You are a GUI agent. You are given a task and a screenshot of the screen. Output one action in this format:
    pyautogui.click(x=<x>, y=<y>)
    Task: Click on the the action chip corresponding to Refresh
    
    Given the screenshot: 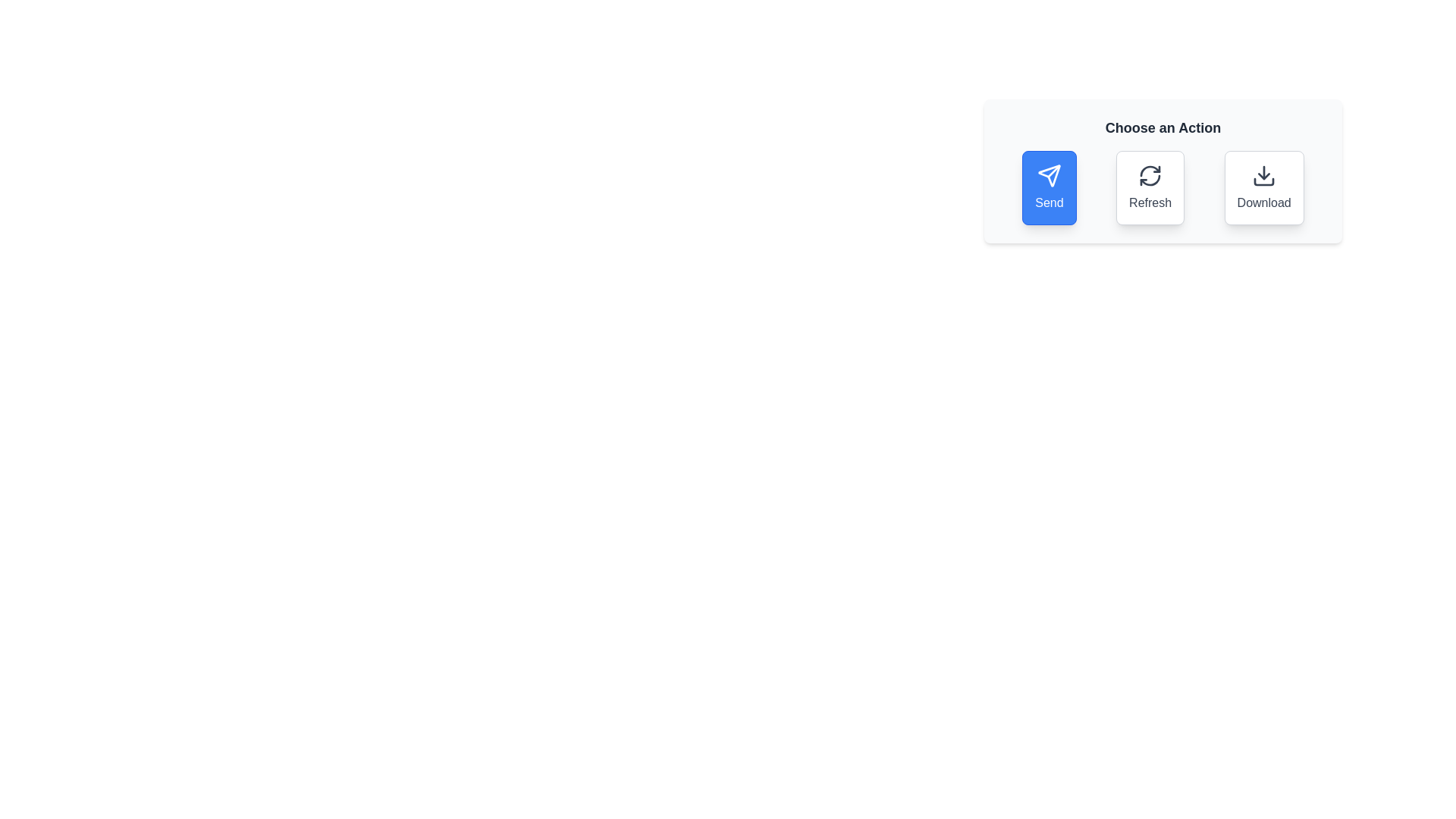 What is the action you would take?
    pyautogui.click(x=1150, y=187)
    